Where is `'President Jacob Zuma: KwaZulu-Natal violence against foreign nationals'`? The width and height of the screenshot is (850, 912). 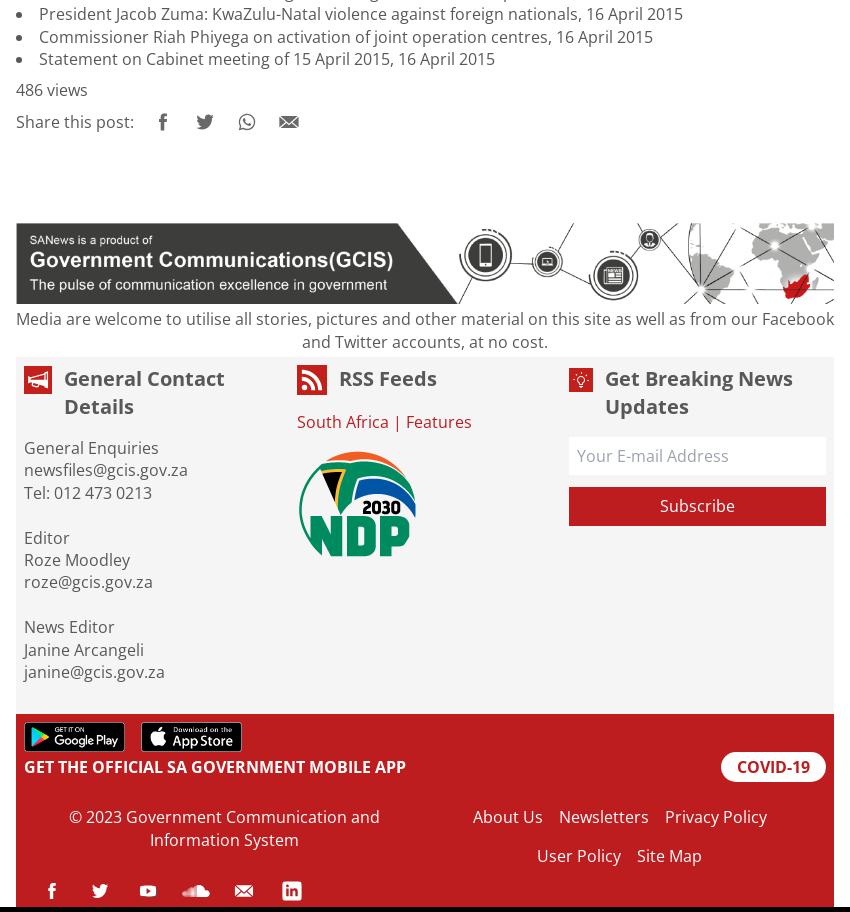
'President Jacob Zuma: KwaZulu-Natal violence against foreign nationals' is located at coordinates (38, 14).